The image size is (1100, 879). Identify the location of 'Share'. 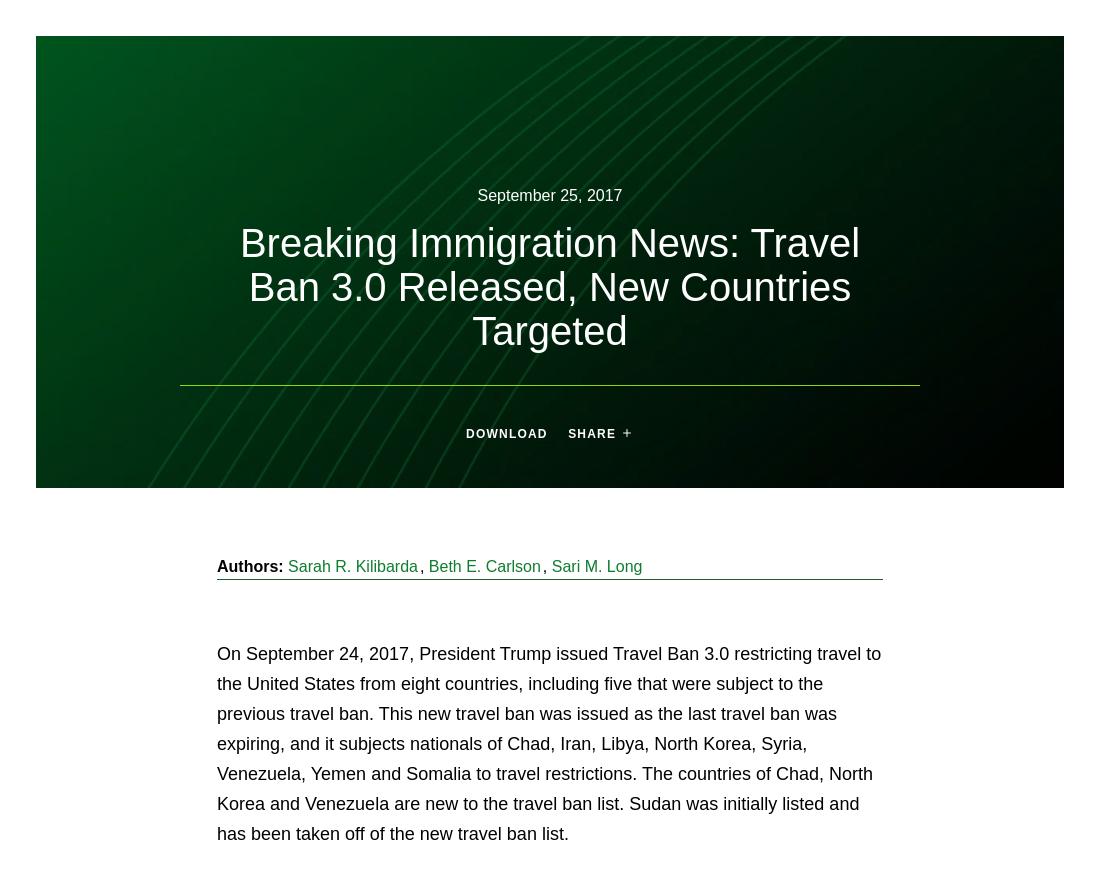
(567, 431).